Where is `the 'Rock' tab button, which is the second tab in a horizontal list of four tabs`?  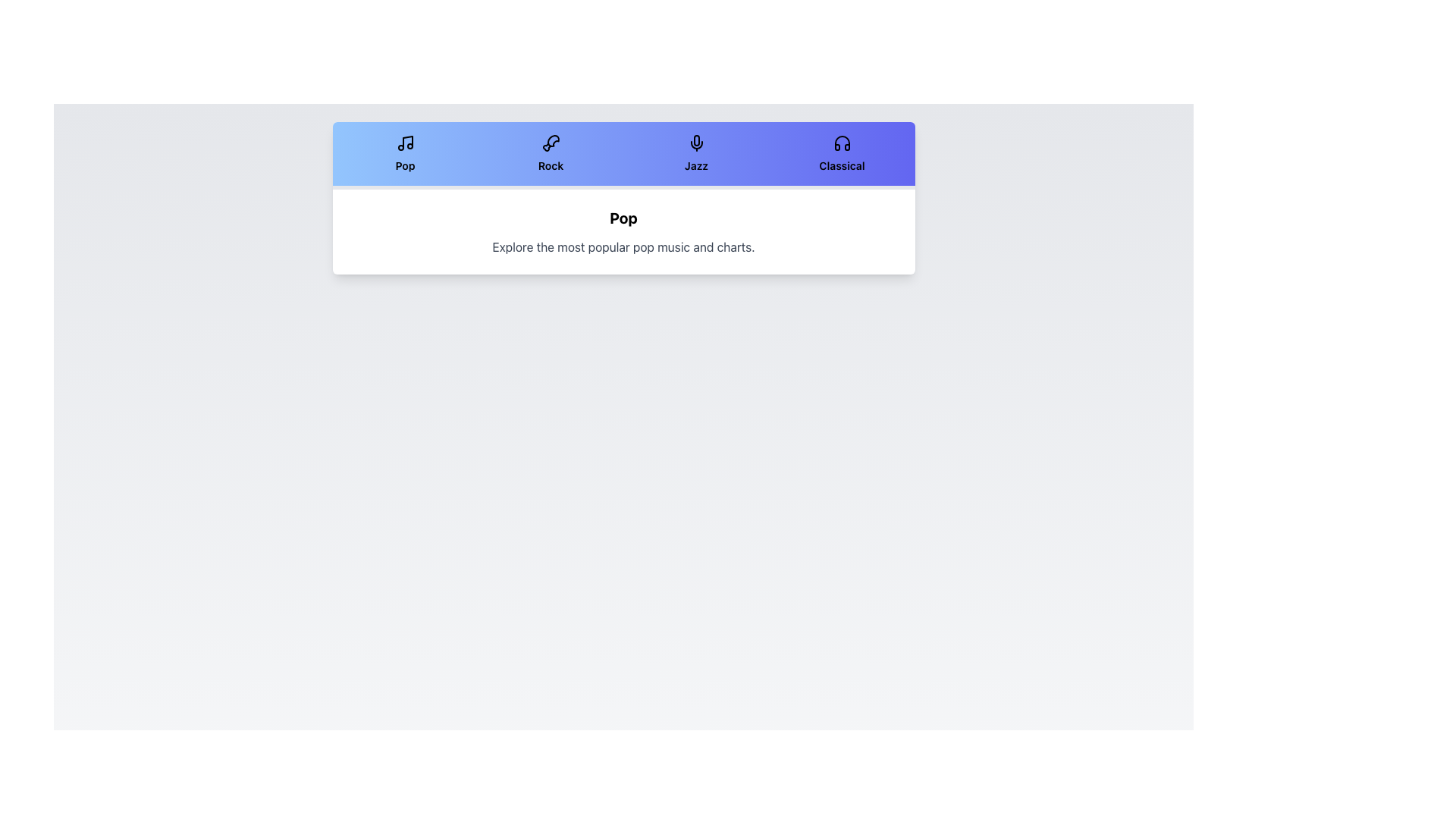 the 'Rock' tab button, which is the second tab in a horizontal list of four tabs is located at coordinates (550, 155).